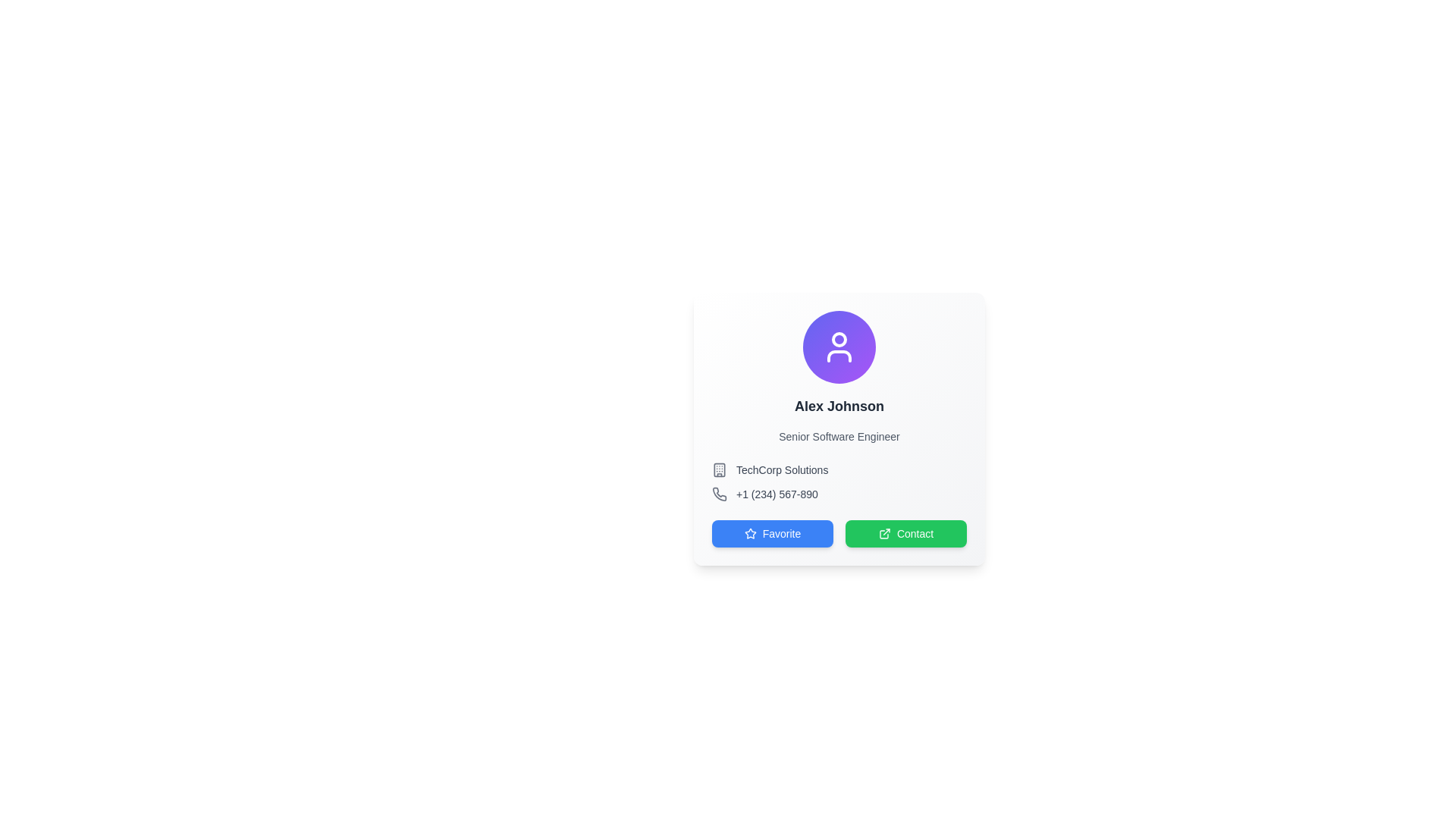  What do you see at coordinates (884, 533) in the screenshot?
I see `the external link icon located within the green 'Contact' button at the bottom right of the card interface` at bounding box center [884, 533].